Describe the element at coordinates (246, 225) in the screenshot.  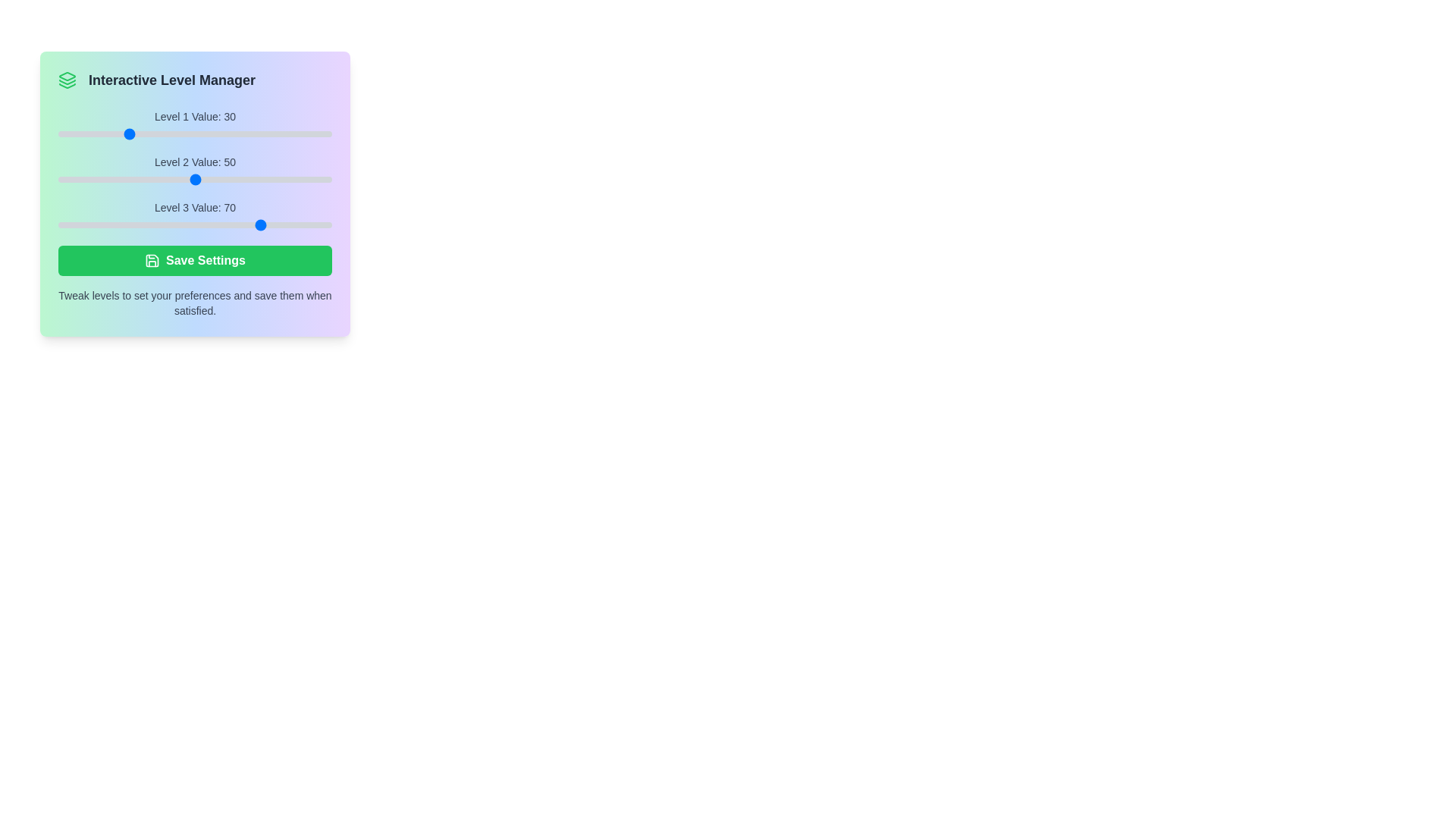
I see `the Level 3 Value slider` at that location.